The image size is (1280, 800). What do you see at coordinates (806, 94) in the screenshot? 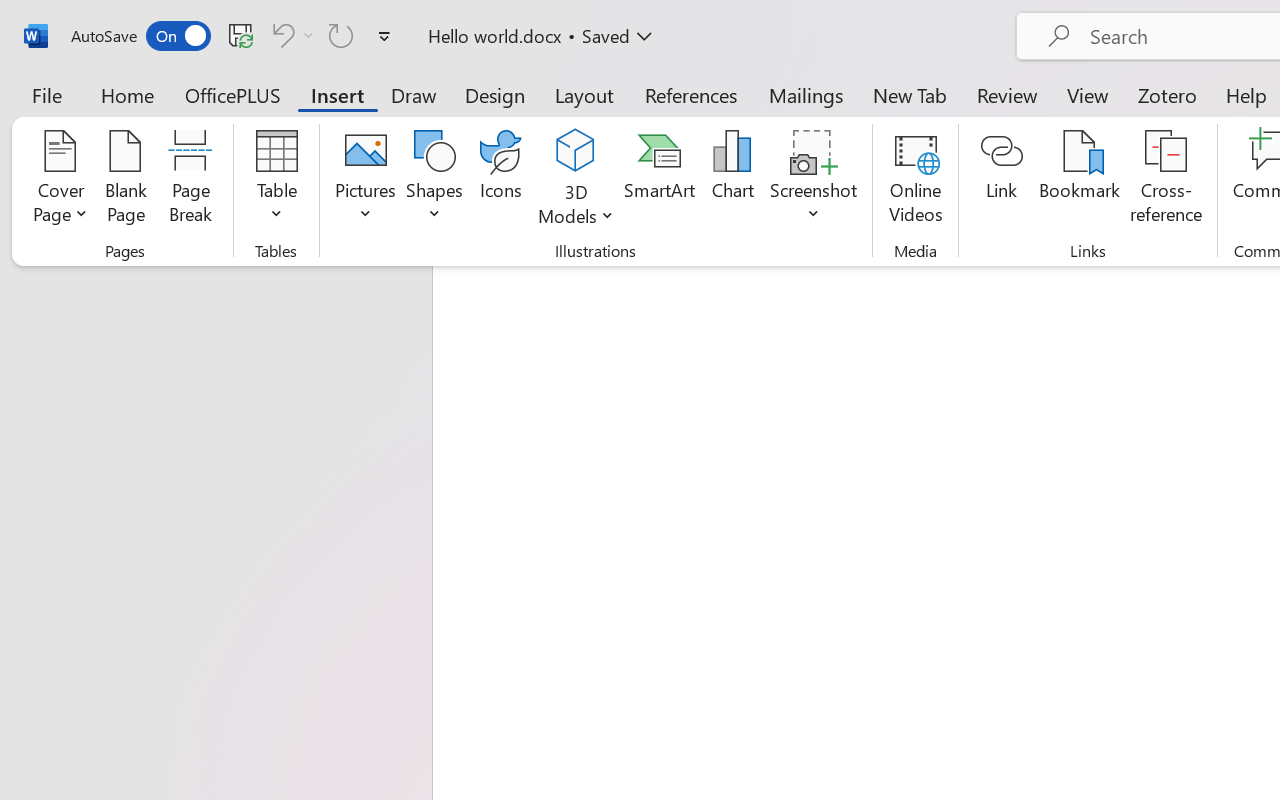
I see `'Mailings'` at bounding box center [806, 94].